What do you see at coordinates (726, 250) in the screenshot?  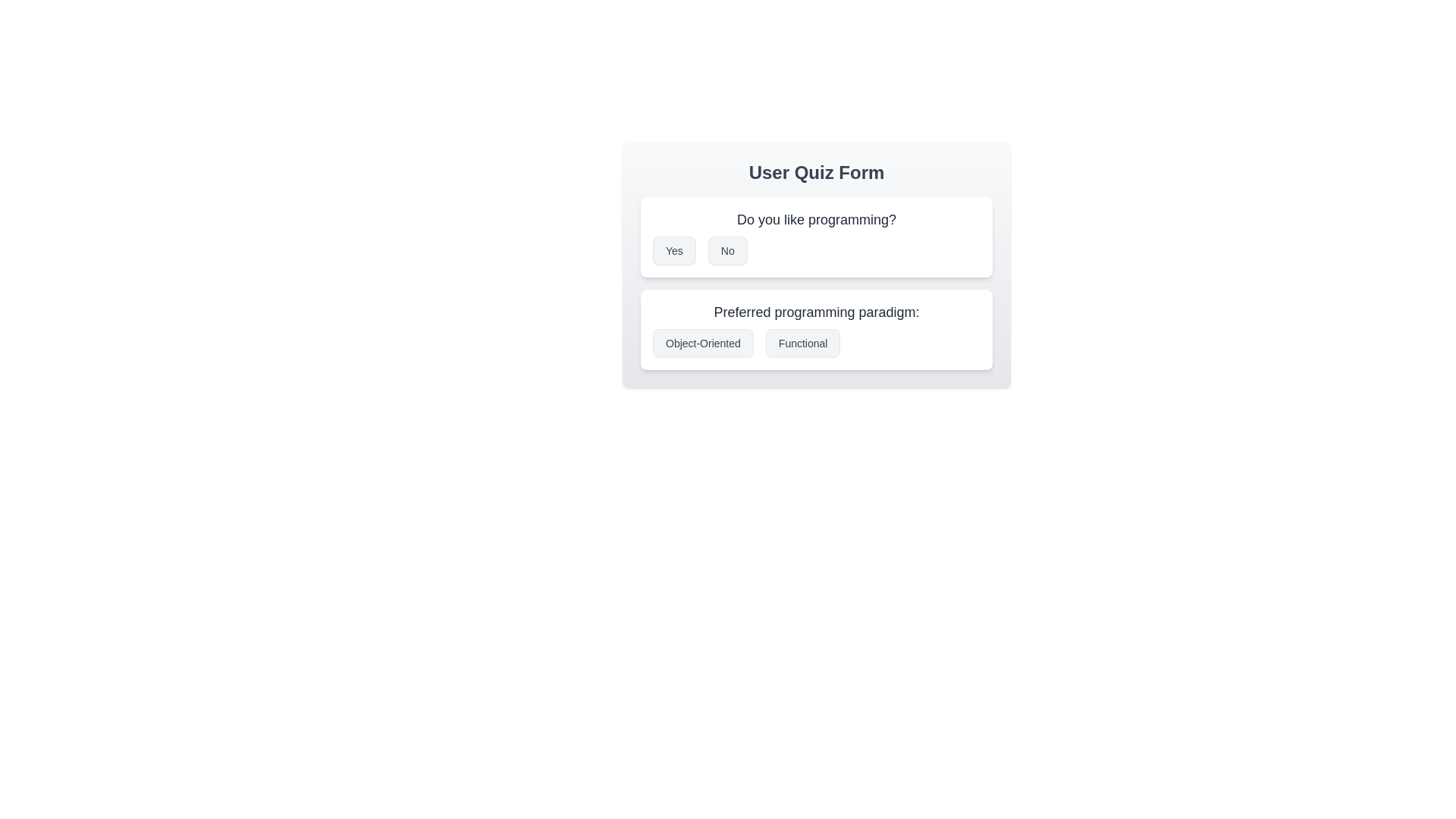 I see `the 'No' button, which is a rectangular button with rounded corners and dark gray text, located under the question 'Do you like programming?'` at bounding box center [726, 250].